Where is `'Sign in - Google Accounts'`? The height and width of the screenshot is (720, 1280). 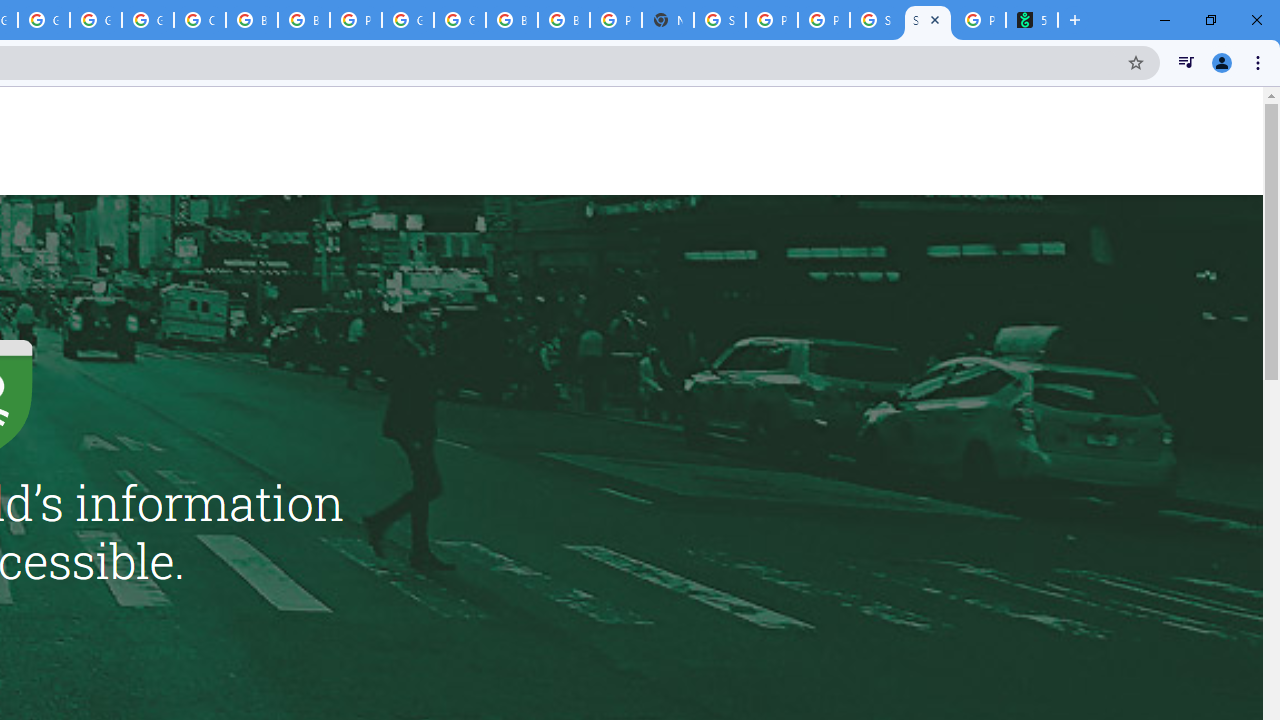 'Sign in - Google Accounts' is located at coordinates (720, 20).